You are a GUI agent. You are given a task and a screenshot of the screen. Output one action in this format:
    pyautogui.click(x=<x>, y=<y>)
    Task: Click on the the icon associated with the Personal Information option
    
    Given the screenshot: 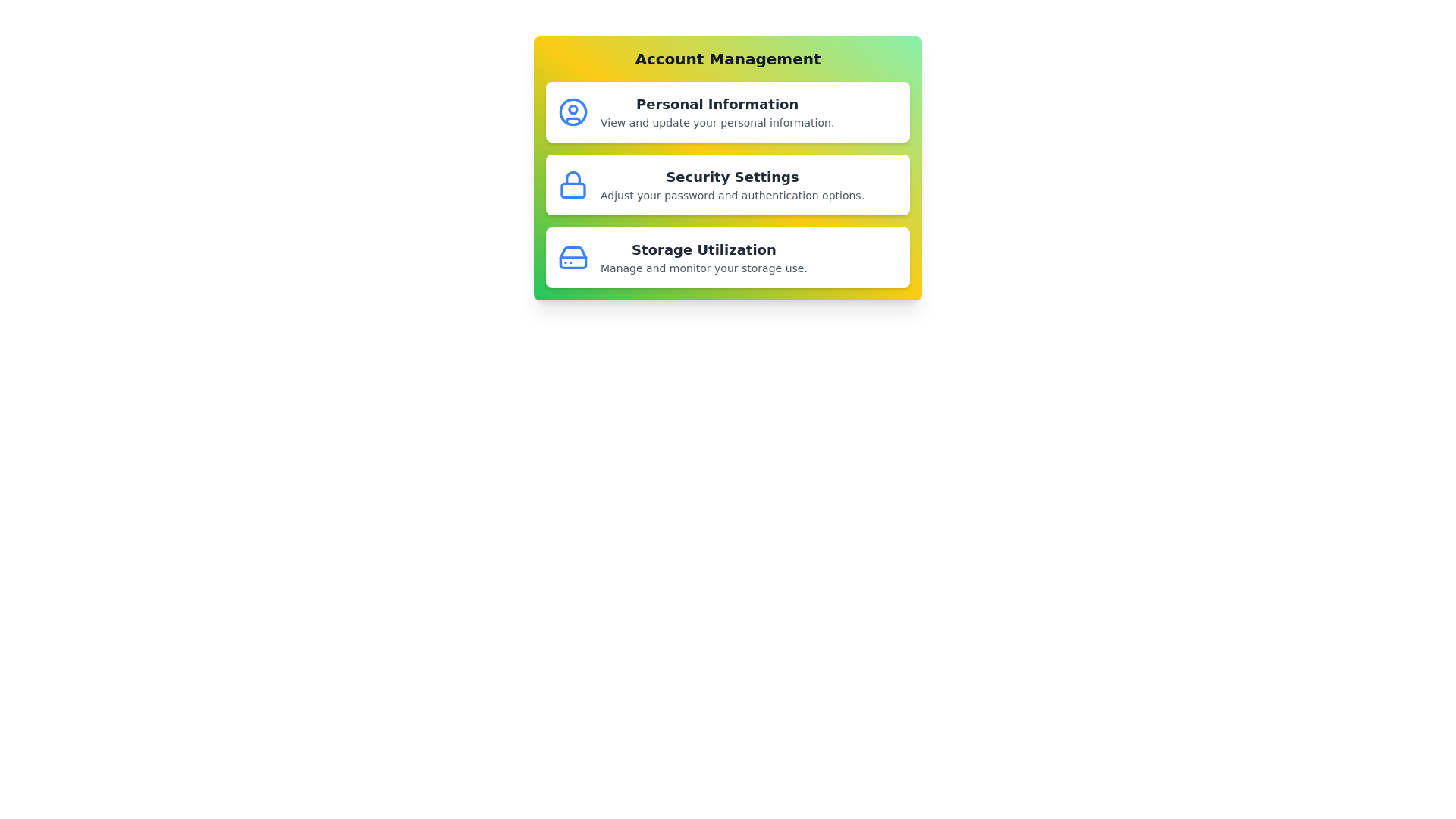 What is the action you would take?
    pyautogui.click(x=572, y=111)
    